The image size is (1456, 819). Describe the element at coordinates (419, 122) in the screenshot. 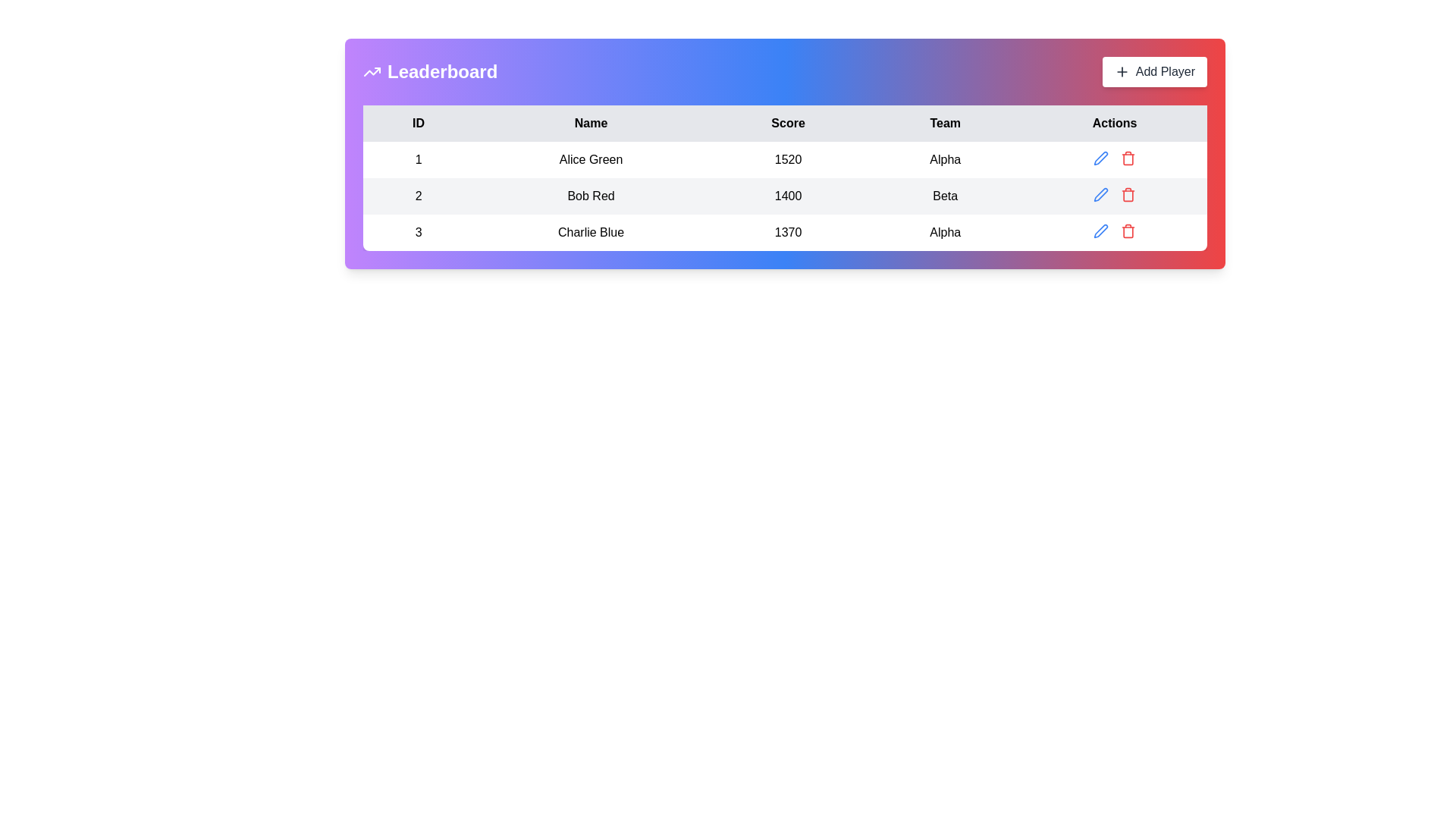

I see `the ID column header label in the leaderboard, which is the first label in a row of five header elements aligned to the leftmost position` at that location.